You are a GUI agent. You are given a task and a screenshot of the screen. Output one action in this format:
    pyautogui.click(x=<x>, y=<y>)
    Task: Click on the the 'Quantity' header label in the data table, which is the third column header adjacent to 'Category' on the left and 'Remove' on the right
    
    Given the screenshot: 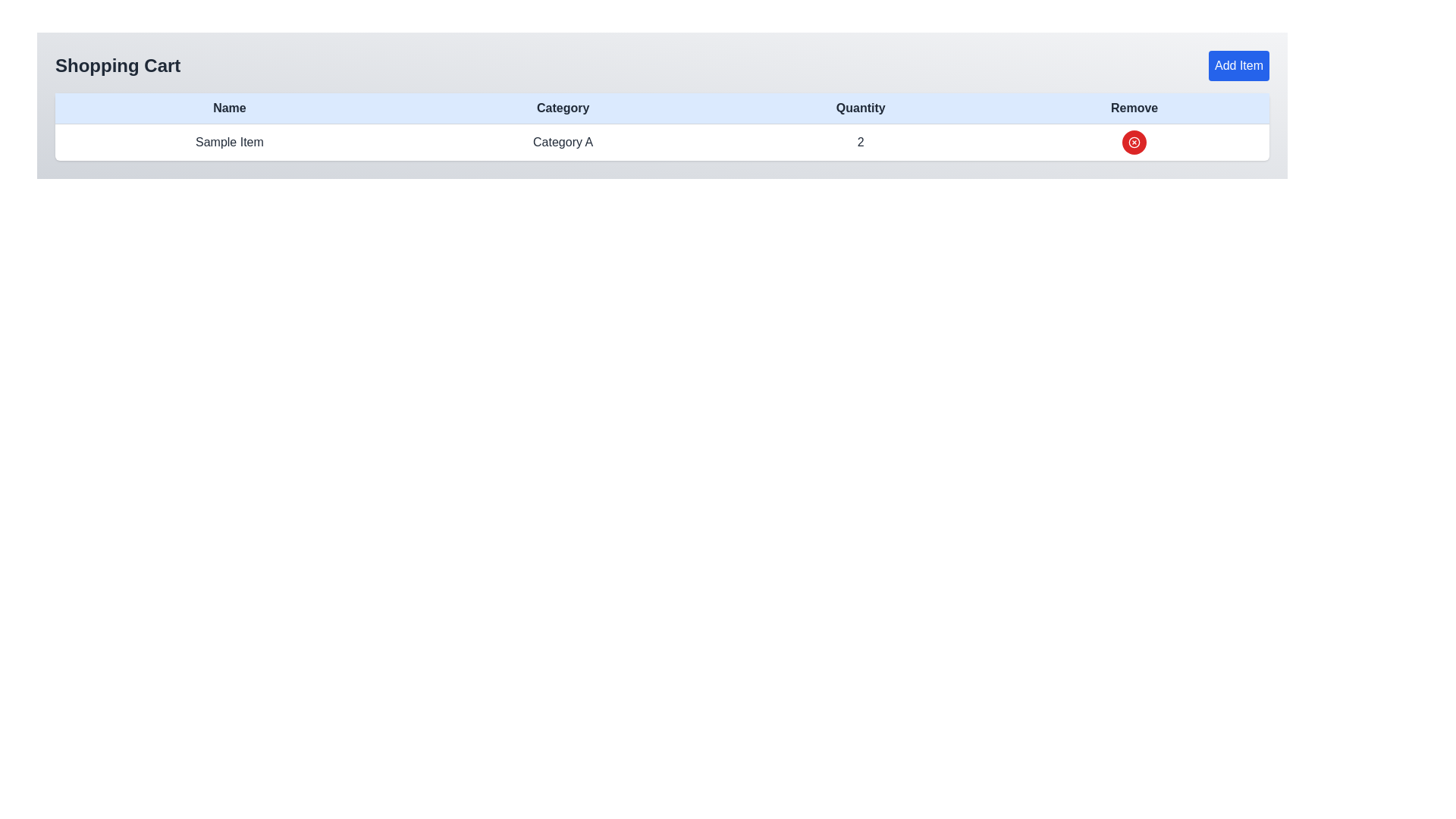 What is the action you would take?
    pyautogui.click(x=861, y=108)
    